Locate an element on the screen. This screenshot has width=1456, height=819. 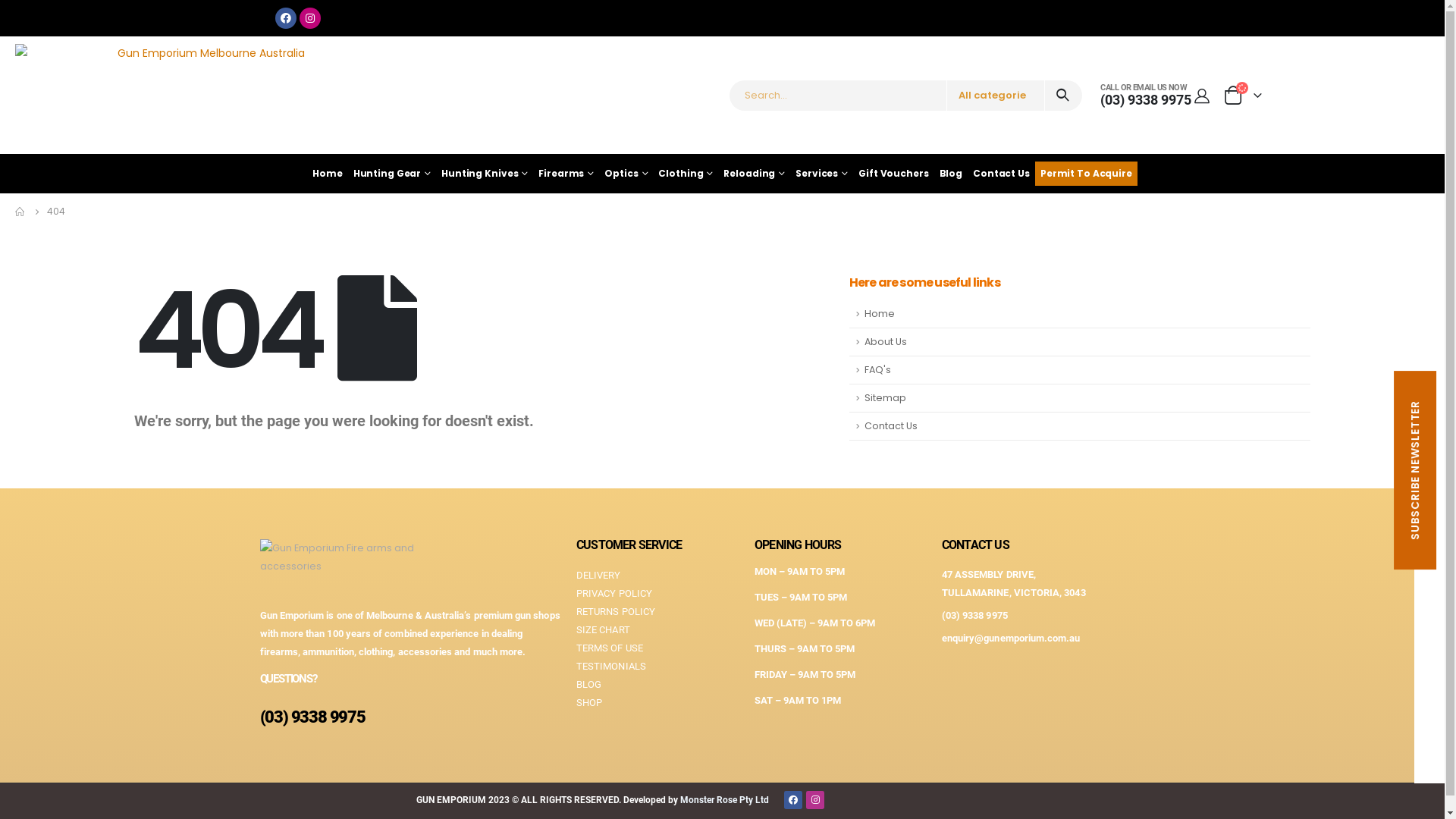
'Hunting Knives' is located at coordinates (483, 172).